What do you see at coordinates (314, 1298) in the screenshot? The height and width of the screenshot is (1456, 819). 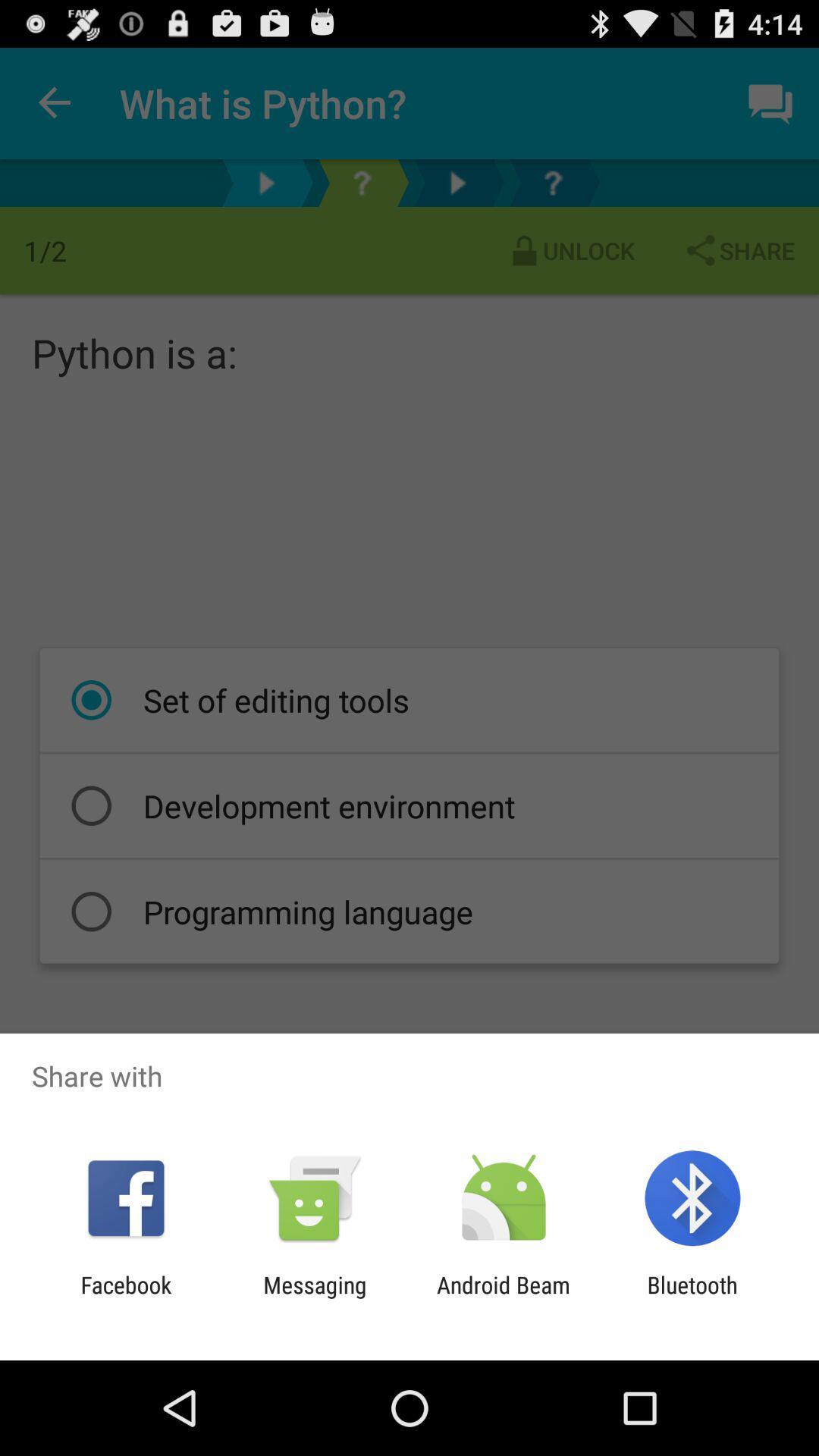 I see `app to the left of the android beam icon` at bounding box center [314, 1298].